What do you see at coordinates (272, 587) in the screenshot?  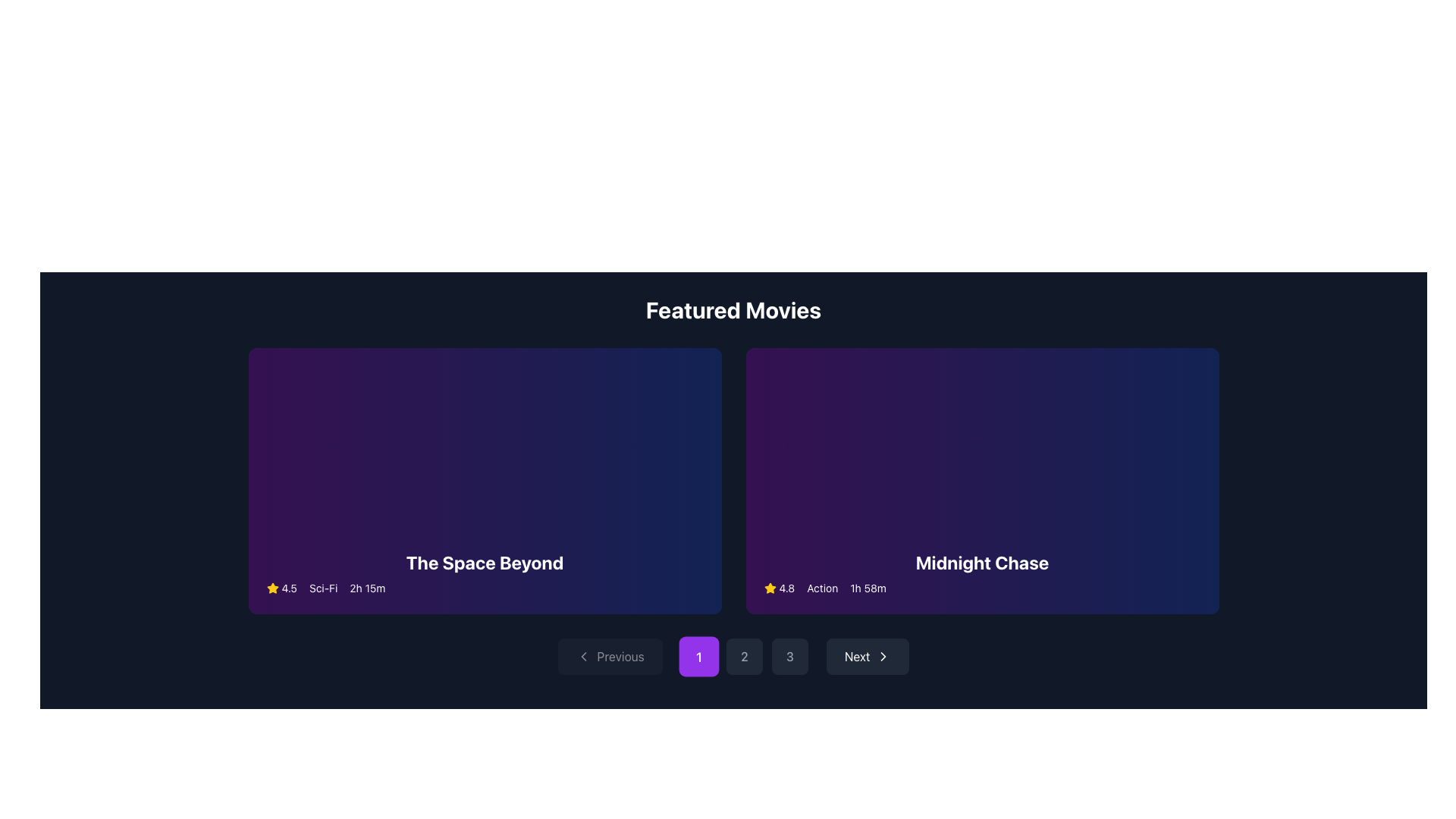 I see `the leftmost star icon in the horizontal rating display to interact with it` at bounding box center [272, 587].